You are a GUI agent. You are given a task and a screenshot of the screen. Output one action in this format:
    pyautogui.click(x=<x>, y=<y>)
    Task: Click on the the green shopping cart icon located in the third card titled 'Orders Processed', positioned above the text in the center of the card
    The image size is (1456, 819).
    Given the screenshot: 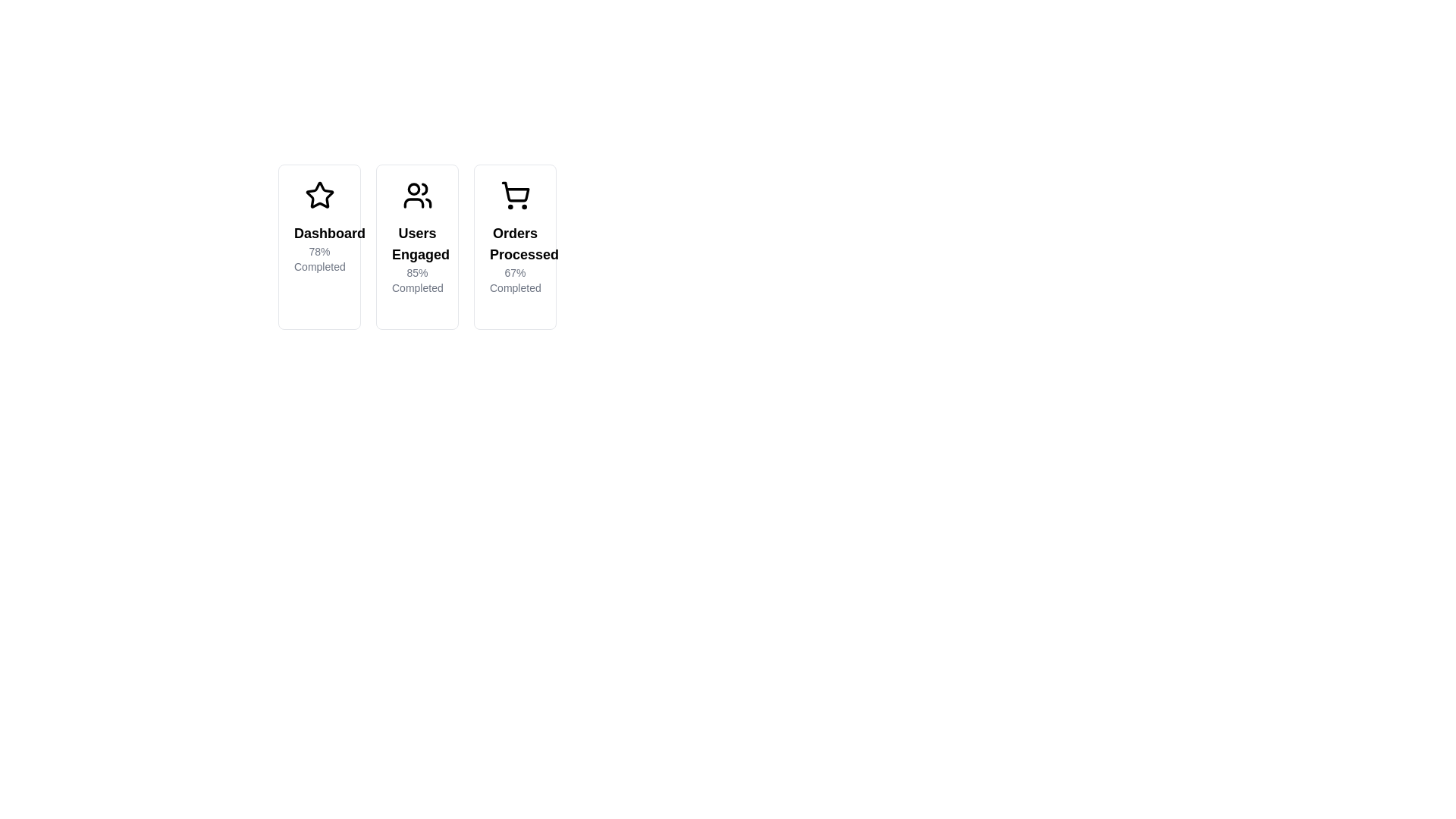 What is the action you would take?
    pyautogui.click(x=515, y=195)
    